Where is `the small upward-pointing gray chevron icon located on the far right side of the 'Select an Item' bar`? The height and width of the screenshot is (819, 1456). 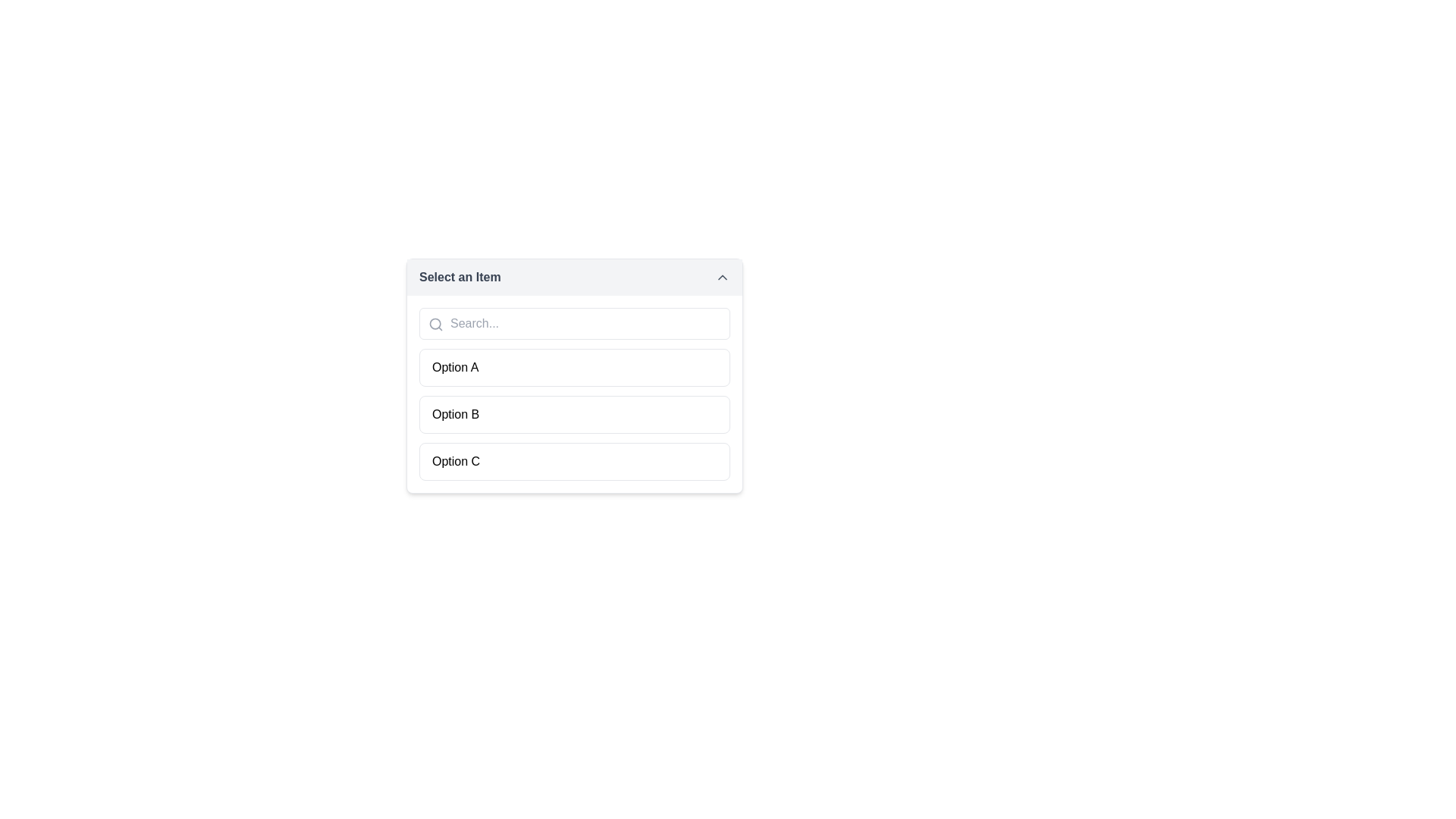 the small upward-pointing gray chevron icon located on the far right side of the 'Select an Item' bar is located at coordinates (722, 278).